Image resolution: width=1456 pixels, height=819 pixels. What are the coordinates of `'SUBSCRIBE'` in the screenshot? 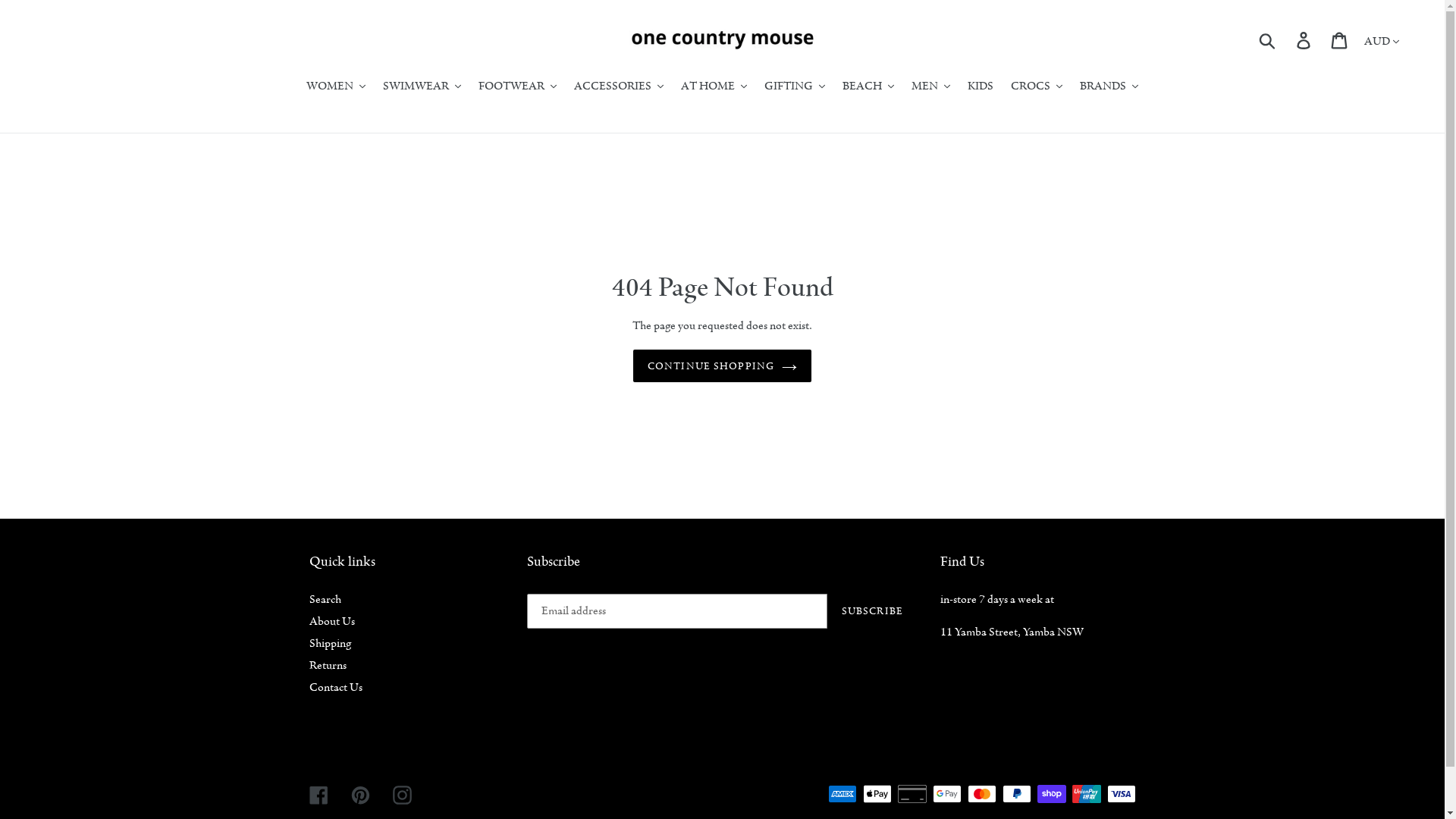 It's located at (826, 610).